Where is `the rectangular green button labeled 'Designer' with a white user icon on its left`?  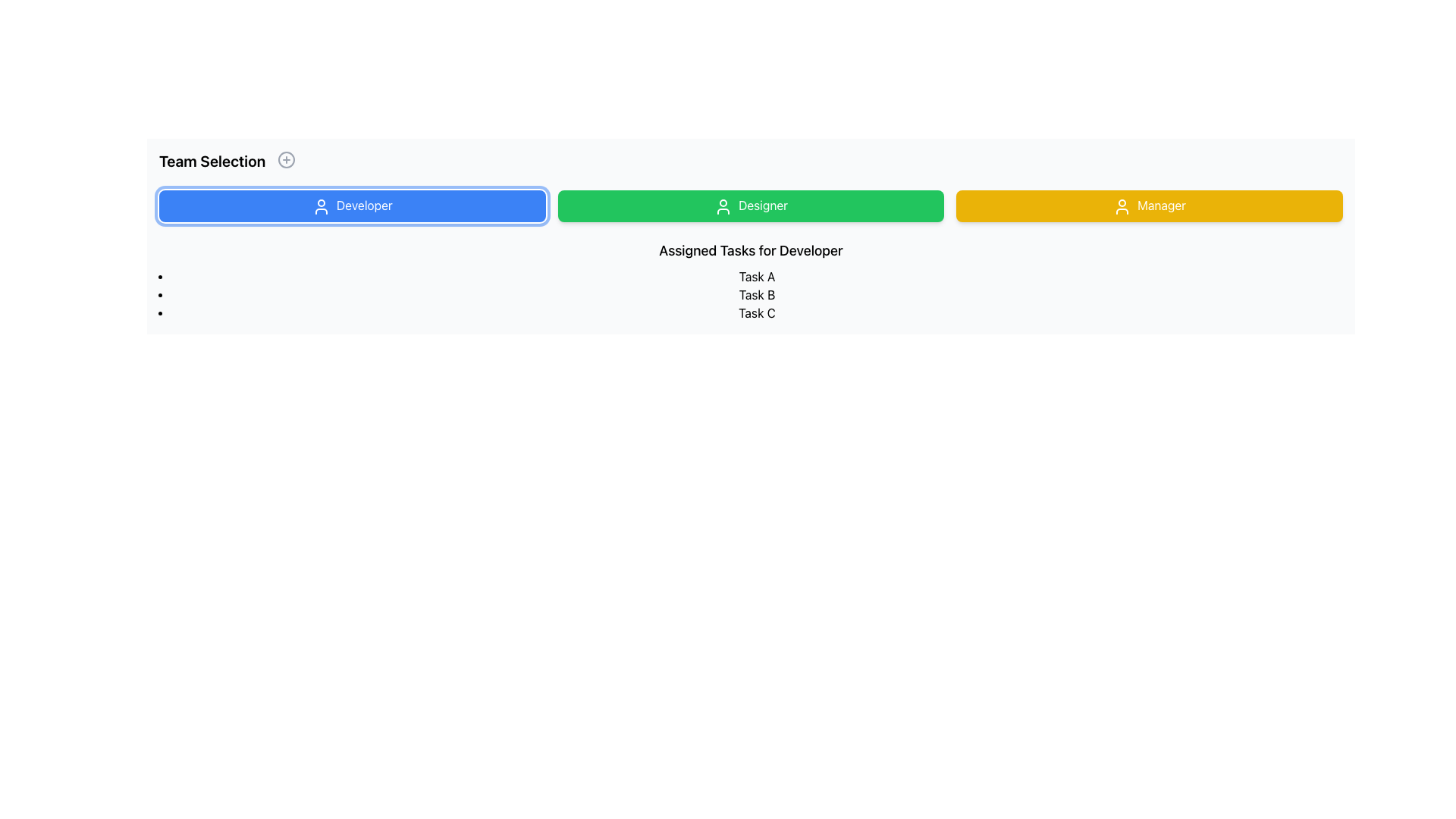
the rectangular green button labeled 'Designer' with a white user icon on its left is located at coordinates (751, 206).